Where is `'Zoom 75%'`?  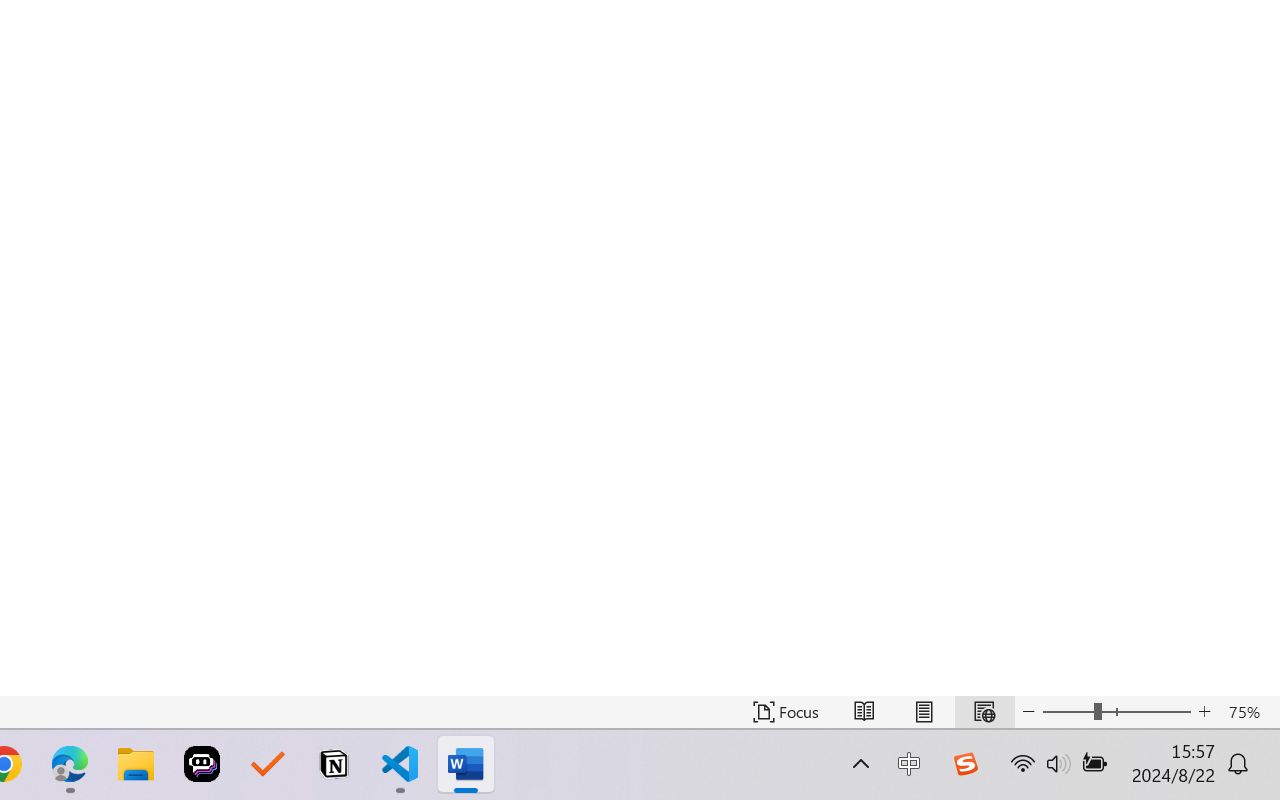
'Zoom 75%' is located at coordinates (1248, 711).